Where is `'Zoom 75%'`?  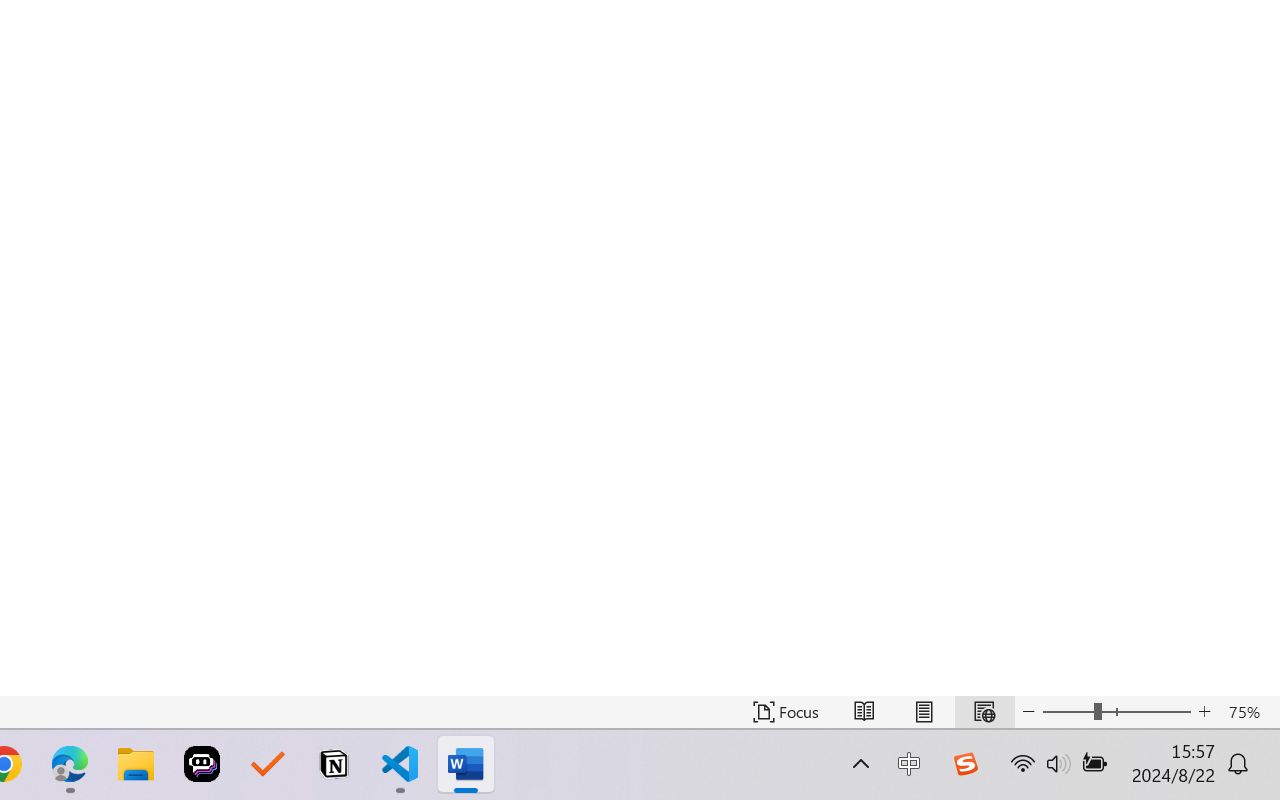
'Zoom 75%' is located at coordinates (1248, 711).